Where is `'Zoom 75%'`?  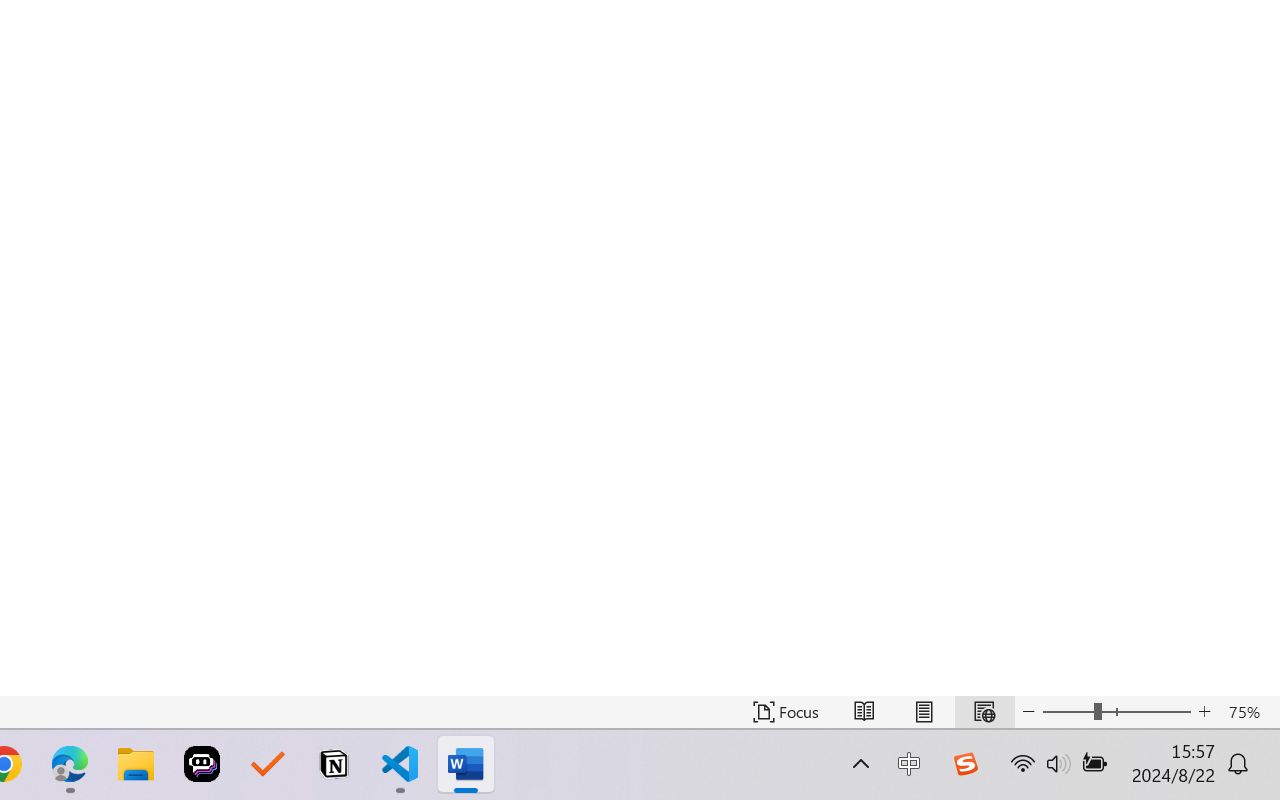
'Zoom 75%' is located at coordinates (1248, 711).